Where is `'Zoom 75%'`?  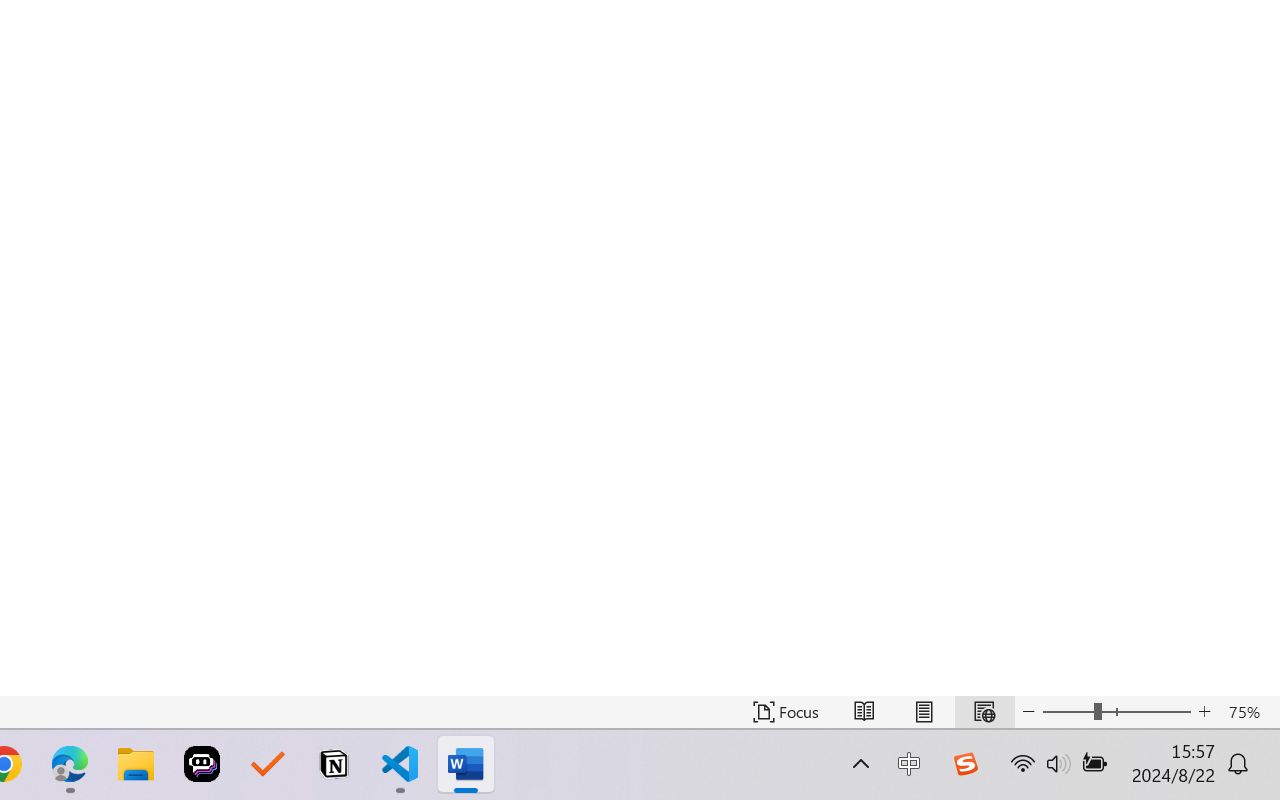
'Zoom 75%' is located at coordinates (1248, 711).